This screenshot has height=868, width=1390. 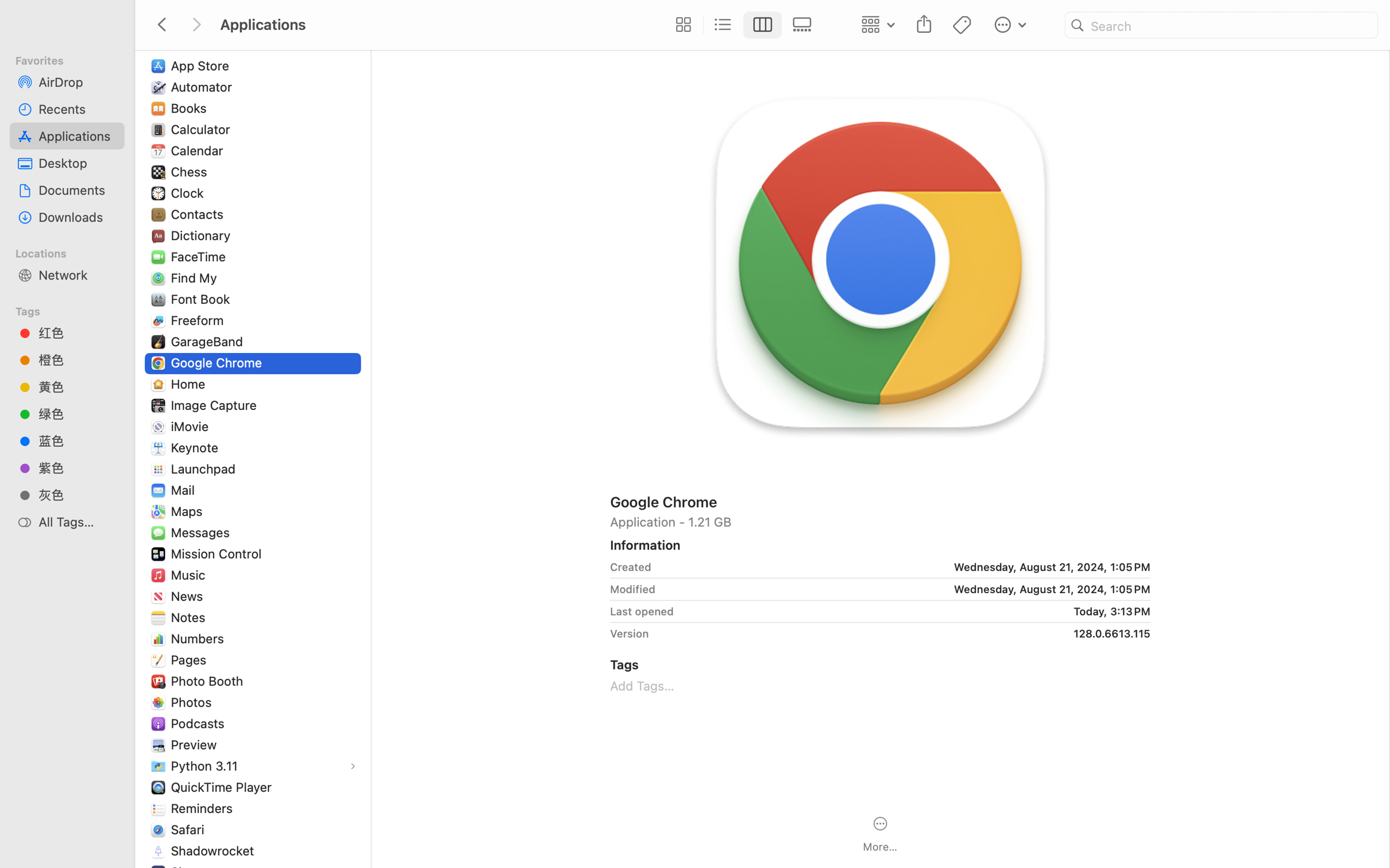 I want to click on 'Downloads', so click(x=77, y=217).